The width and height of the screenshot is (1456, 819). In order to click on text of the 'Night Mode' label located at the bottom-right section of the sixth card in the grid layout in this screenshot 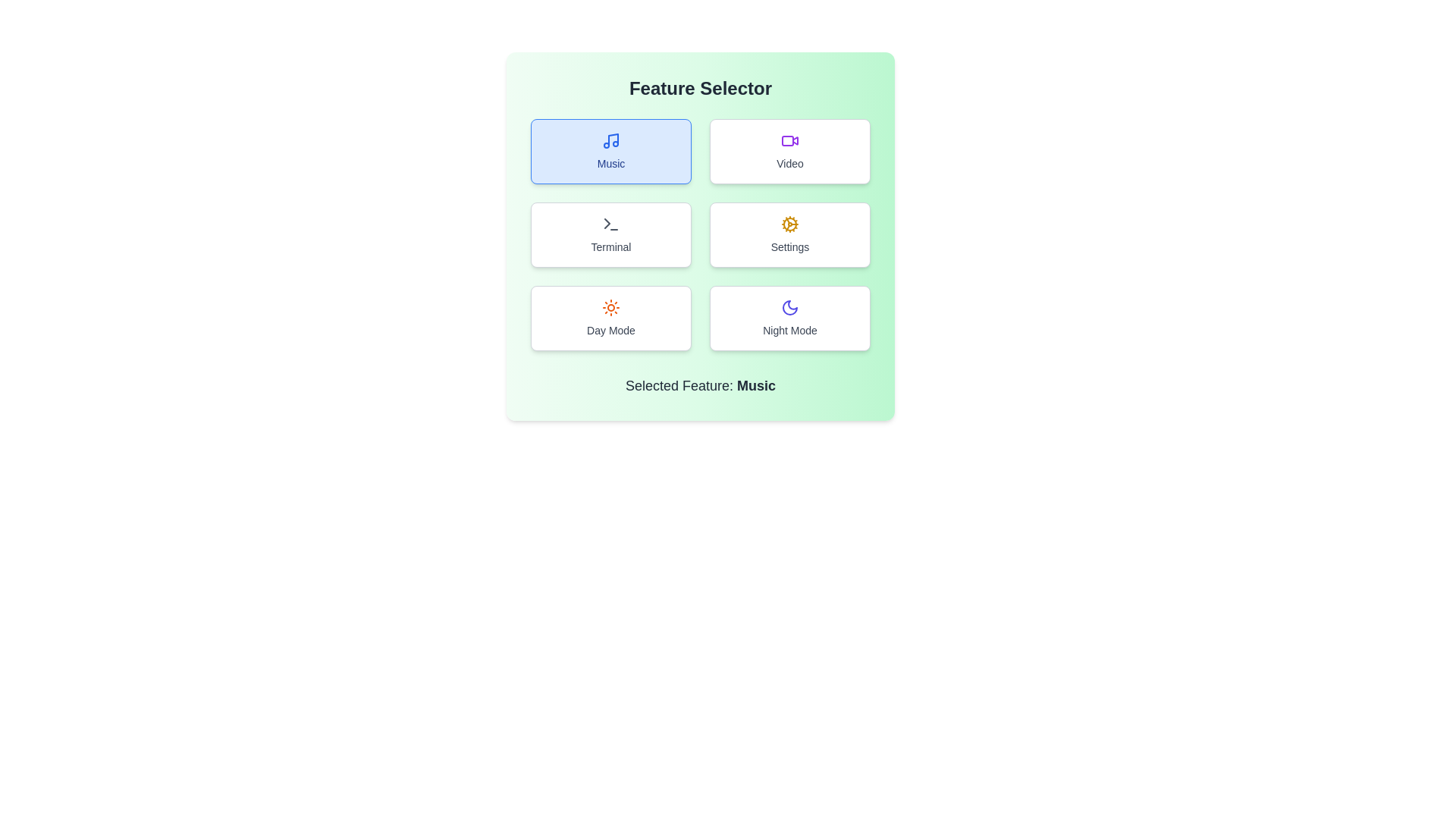, I will do `click(789, 329)`.